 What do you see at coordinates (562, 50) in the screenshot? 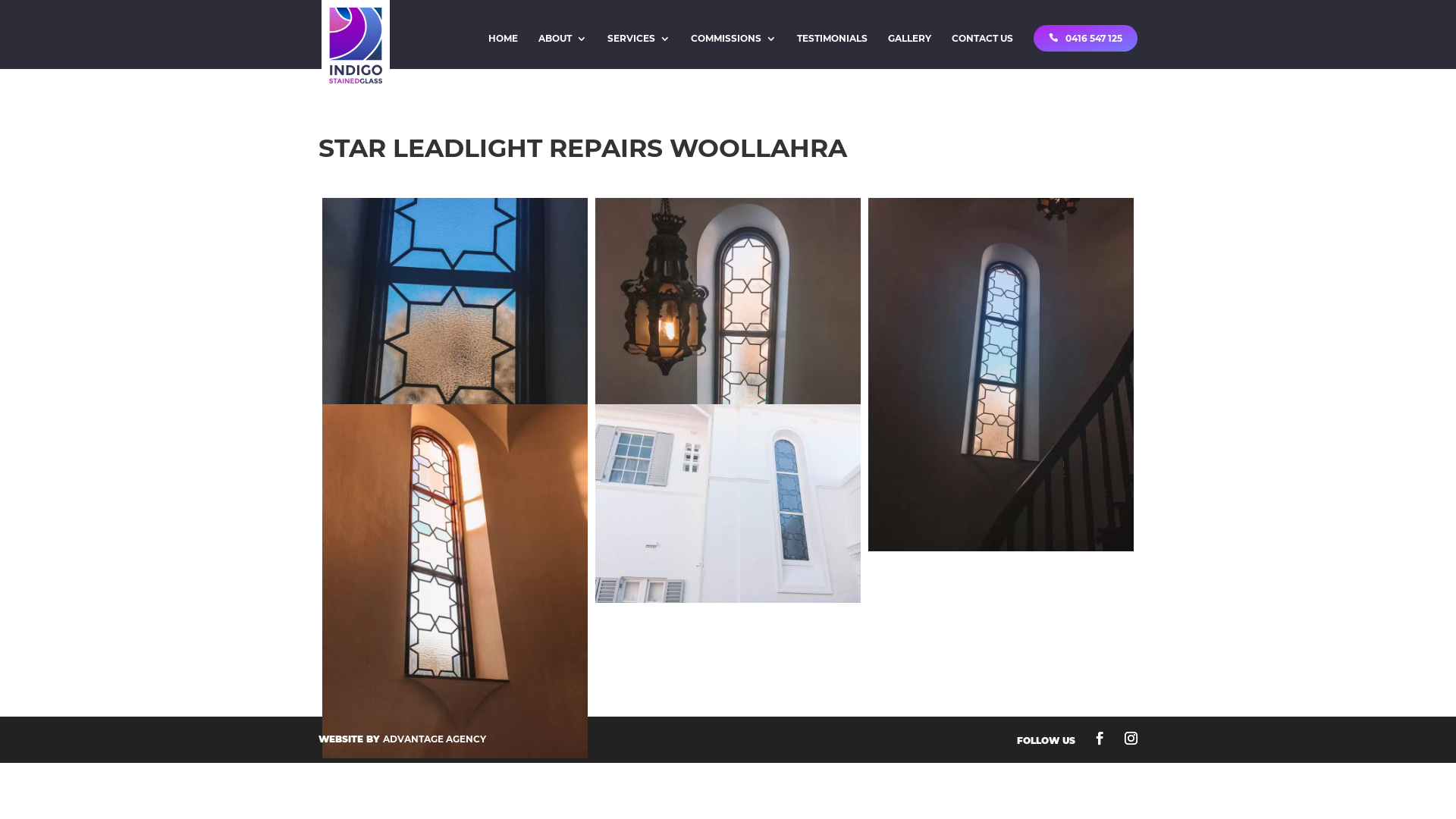
I see `'ABOUT'` at bounding box center [562, 50].